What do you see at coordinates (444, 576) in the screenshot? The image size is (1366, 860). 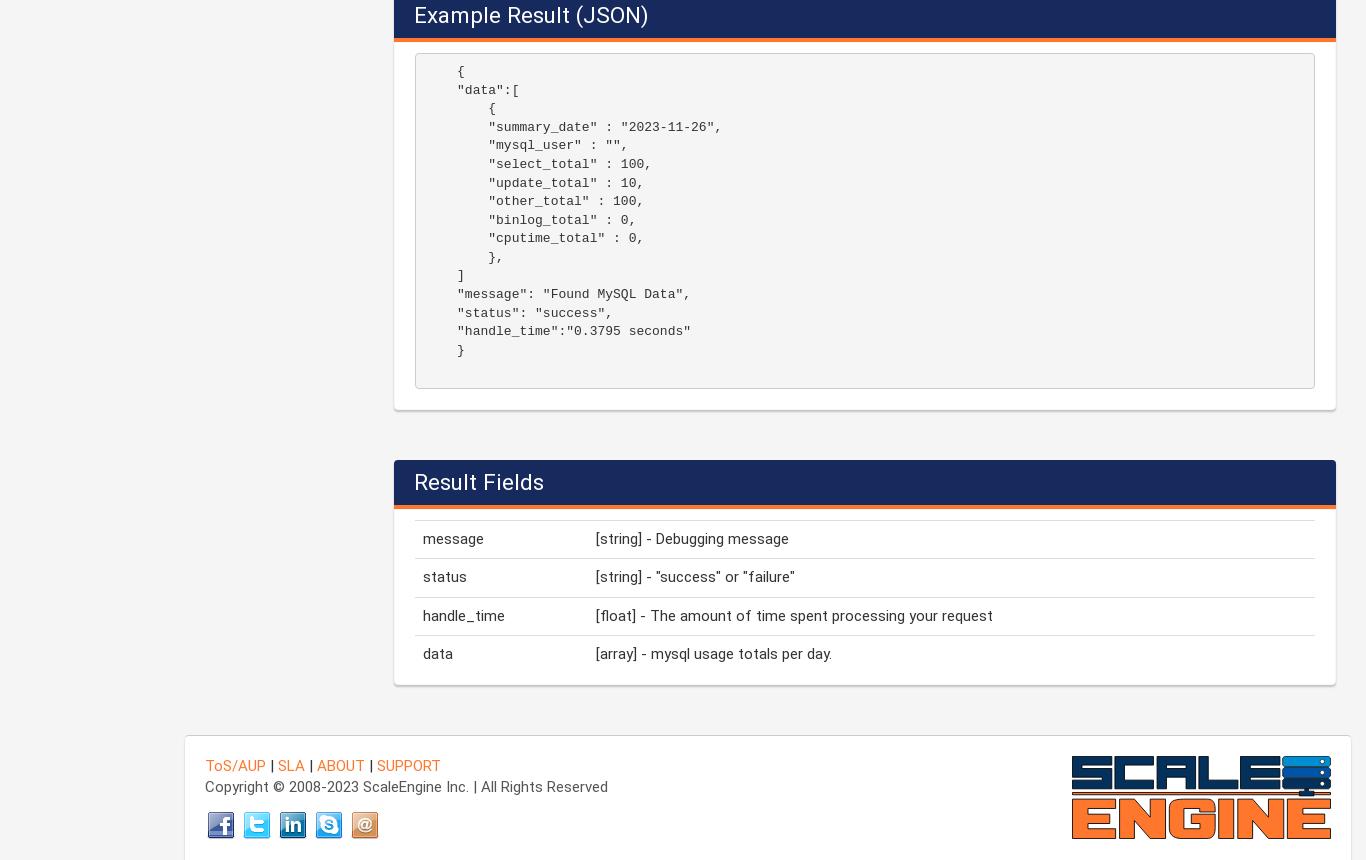 I see `'status'` at bounding box center [444, 576].